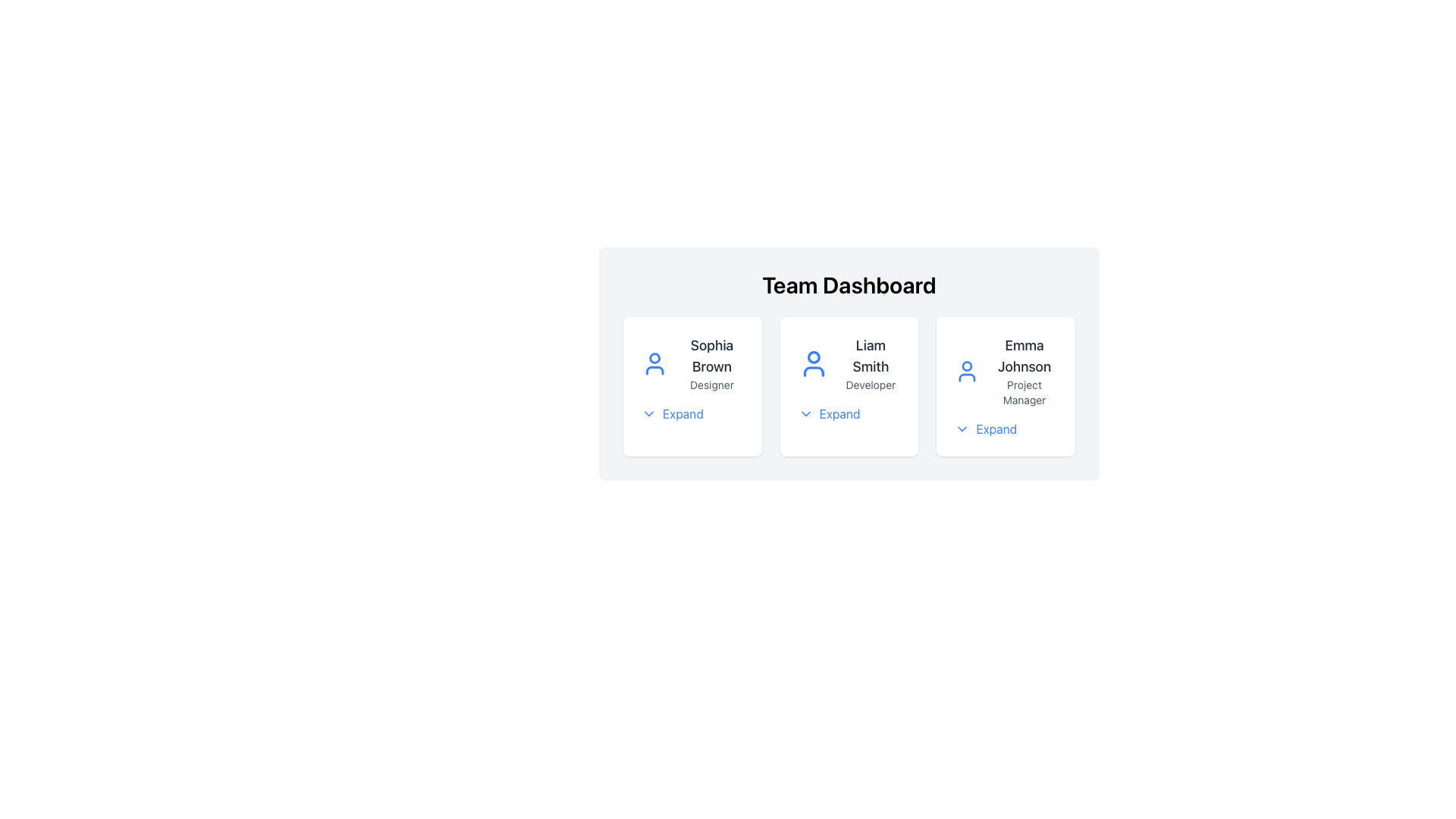 This screenshot has width=1456, height=819. What do you see at coordinates (813, 357) in the screenshot?
I see `the circular icon component within the user profile icon for 'Liam Smith' located in the second card of the Team Dashboard interface` at bounding box center [813, 357].